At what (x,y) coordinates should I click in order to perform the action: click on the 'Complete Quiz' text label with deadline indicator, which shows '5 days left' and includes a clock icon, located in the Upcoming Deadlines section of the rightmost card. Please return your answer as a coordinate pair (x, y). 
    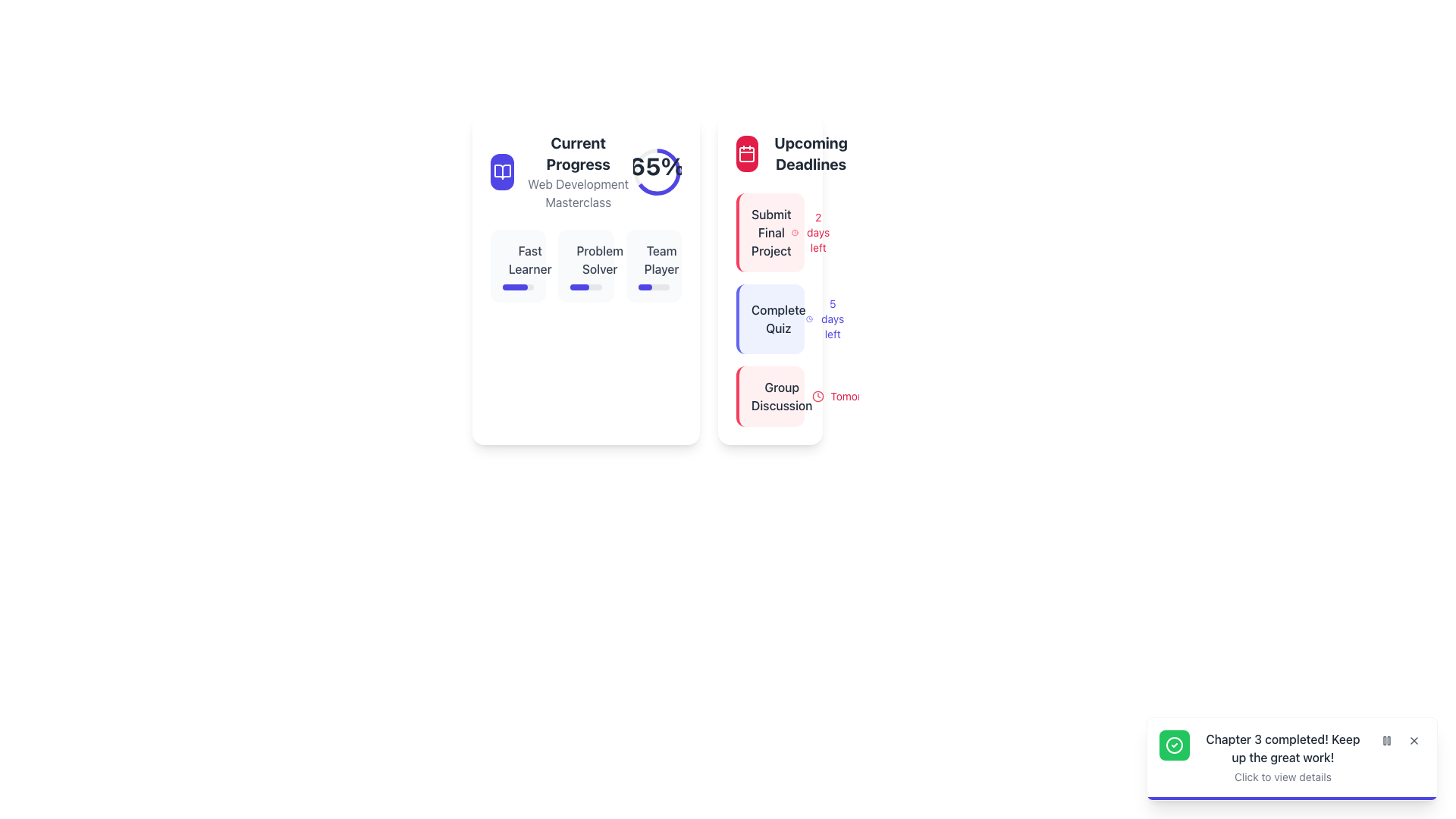
    Looking at the image, I should click on (771, 318).